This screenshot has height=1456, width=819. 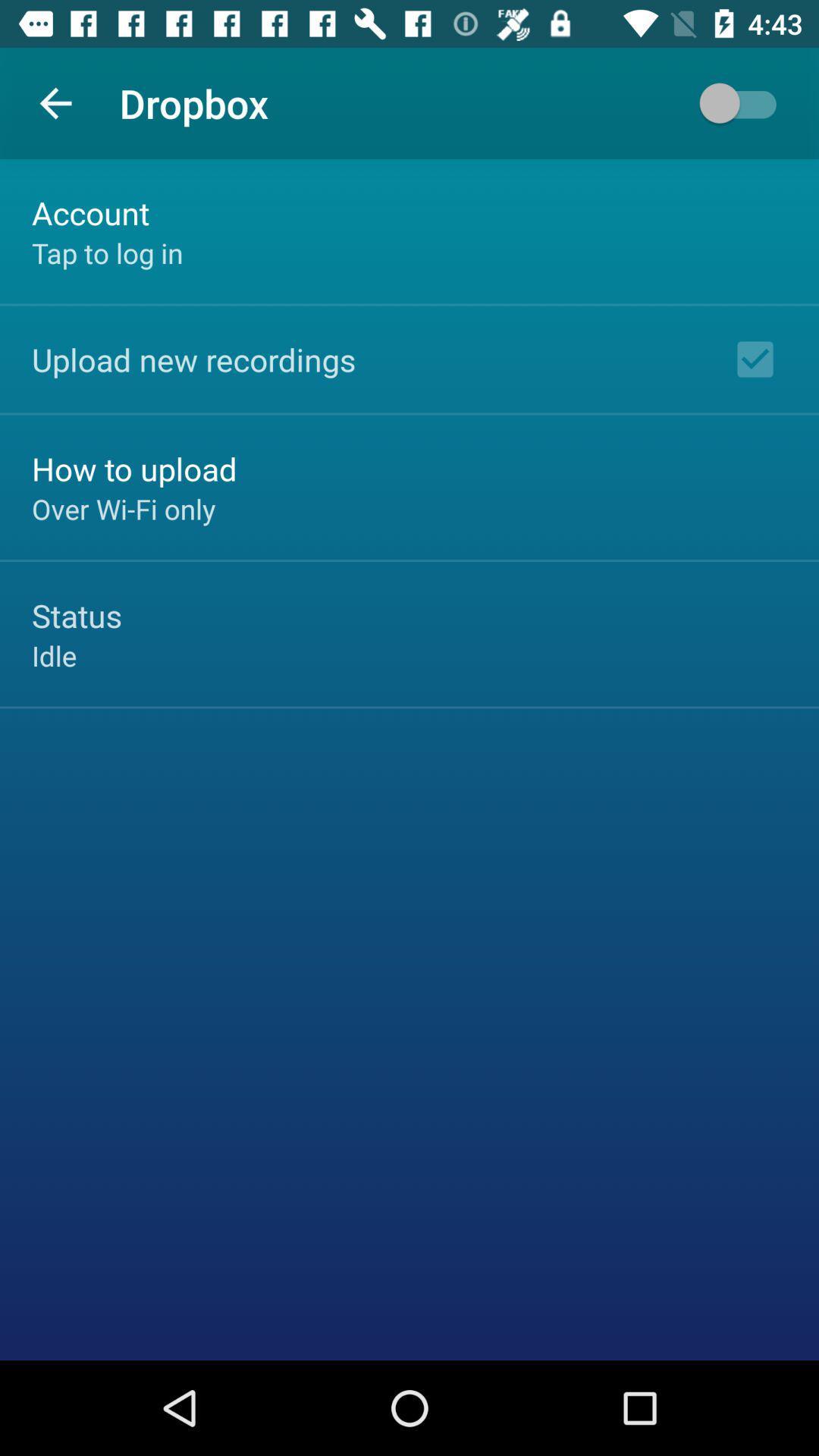 What do you see at coordinates (77, 615) in the screenshot?
I see `the status` at bounding box center [77, 615].